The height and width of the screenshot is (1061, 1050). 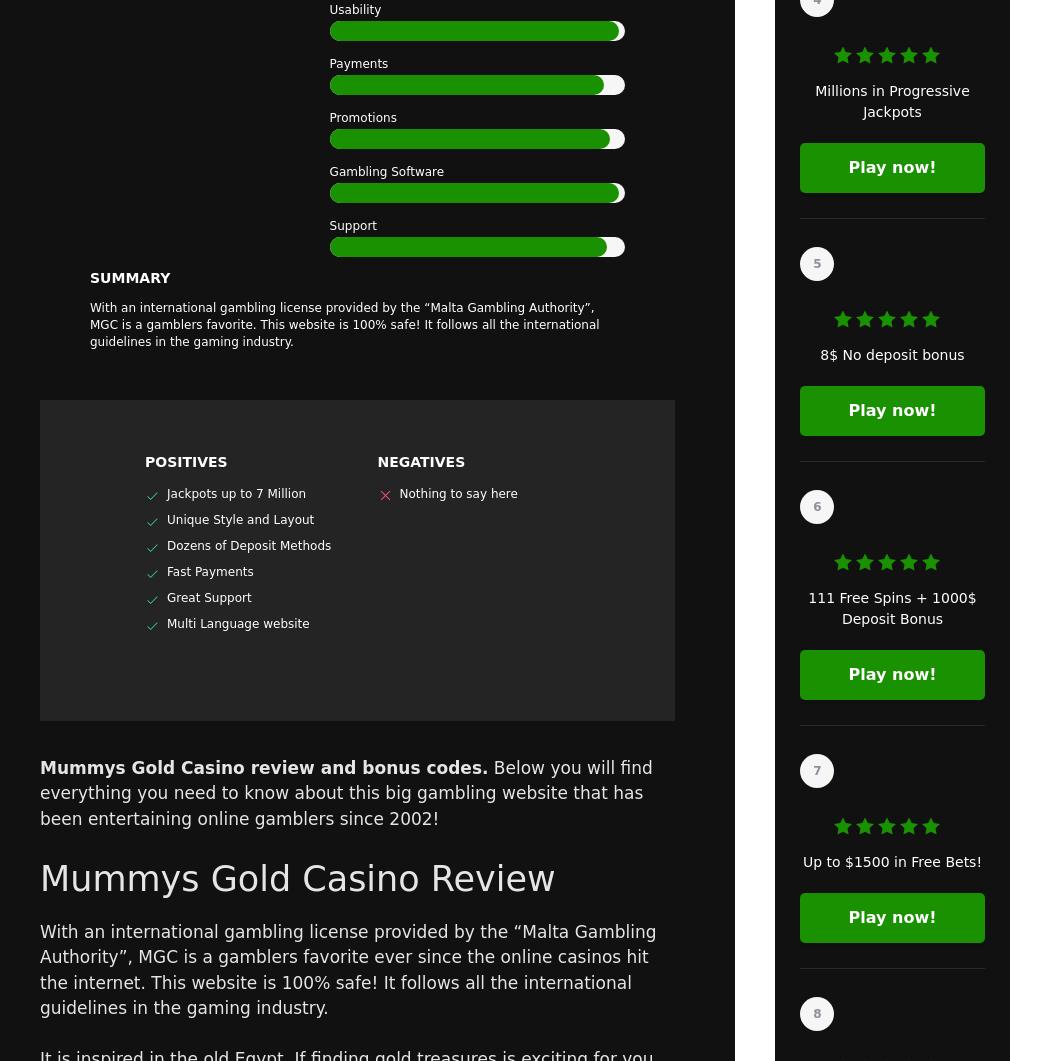 I want to click on 'Payments', so click(x=357, y=63).